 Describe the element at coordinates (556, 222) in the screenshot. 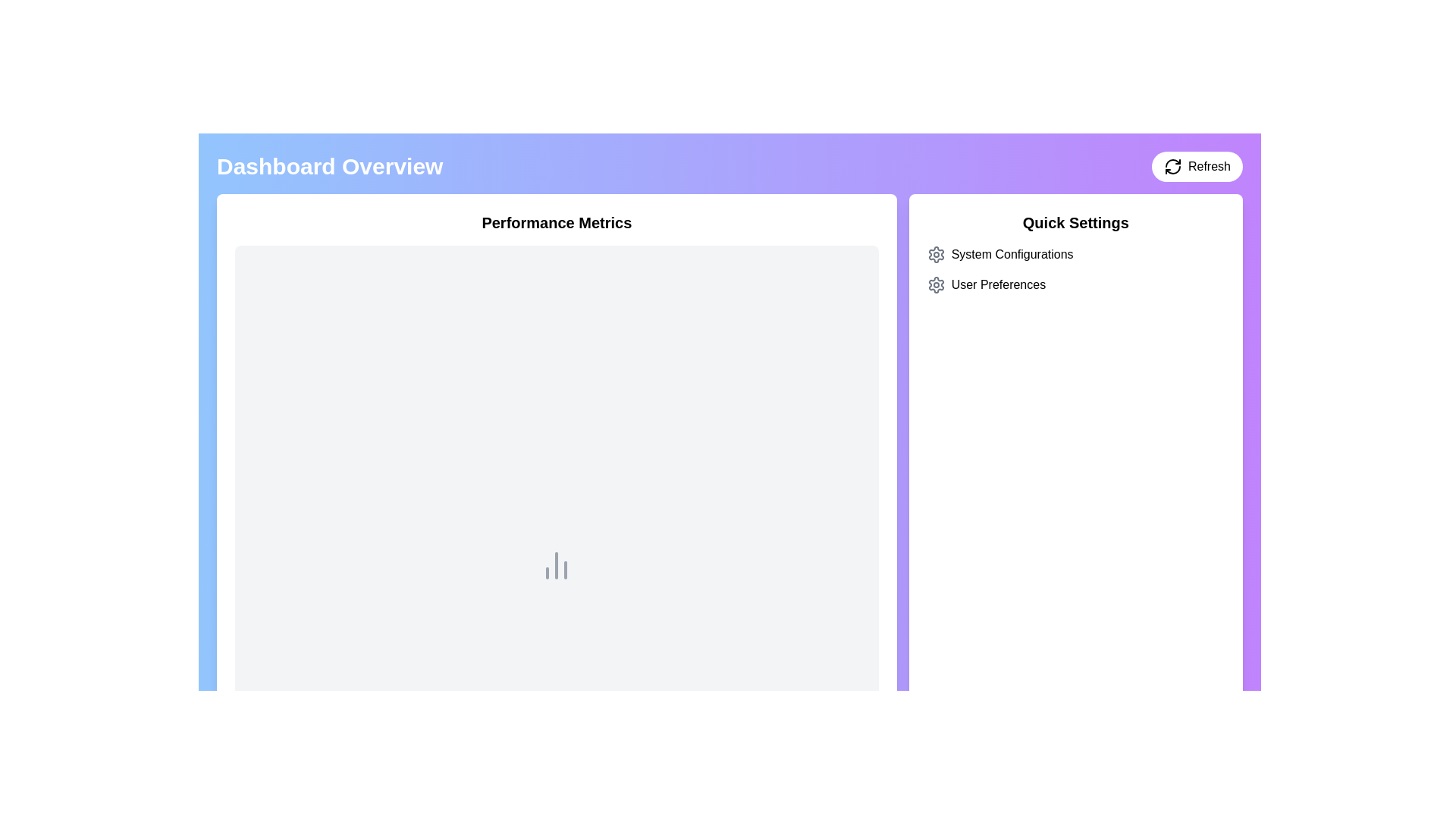

I see `the text label that serves as a heading at the top center of a white card-like section in the dashboard interface` at that location.